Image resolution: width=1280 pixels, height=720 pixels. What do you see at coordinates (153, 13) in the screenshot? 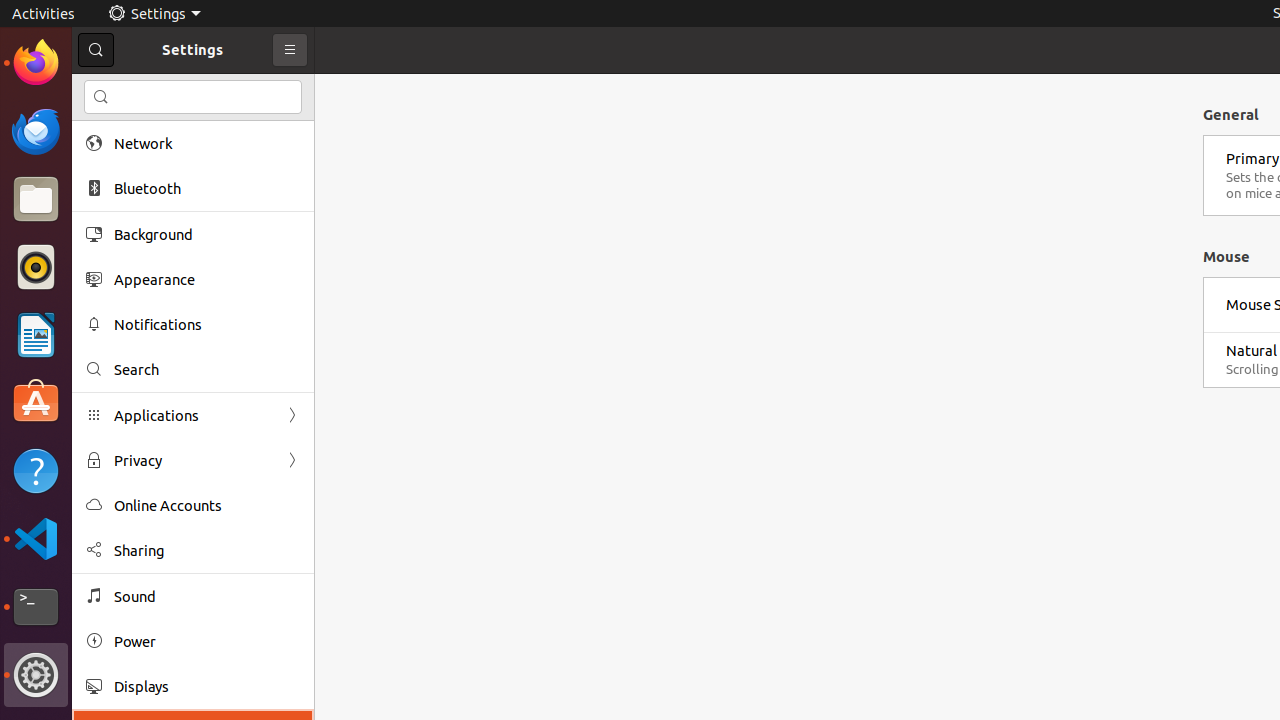
I see `'Settings'` at bounding box center [153, 13].